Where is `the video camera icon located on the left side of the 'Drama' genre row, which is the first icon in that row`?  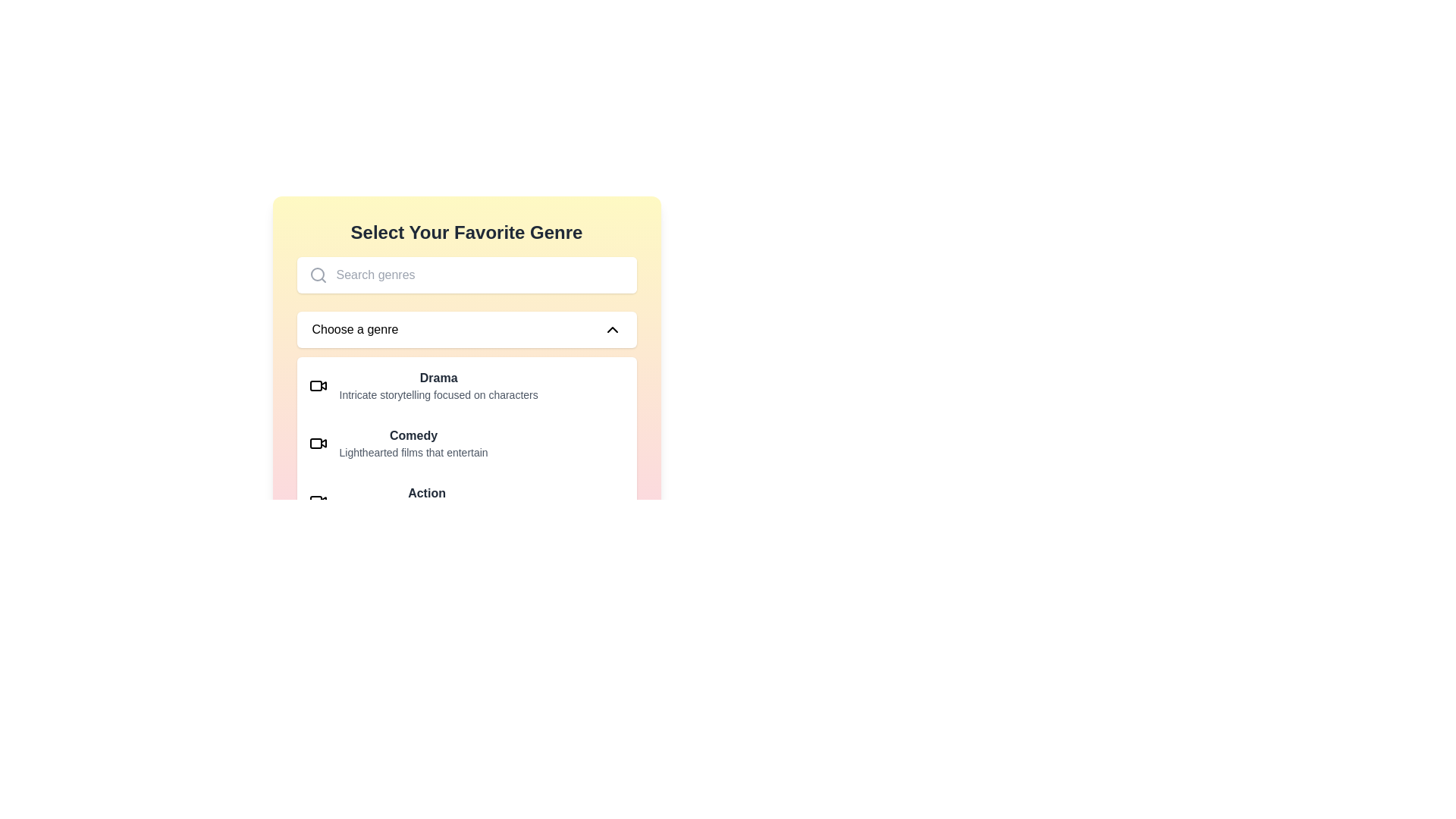 the video camera icon located on the left side of the 'Drama' genre row, which is the first icon in that row is located at coordinates (317, 385).